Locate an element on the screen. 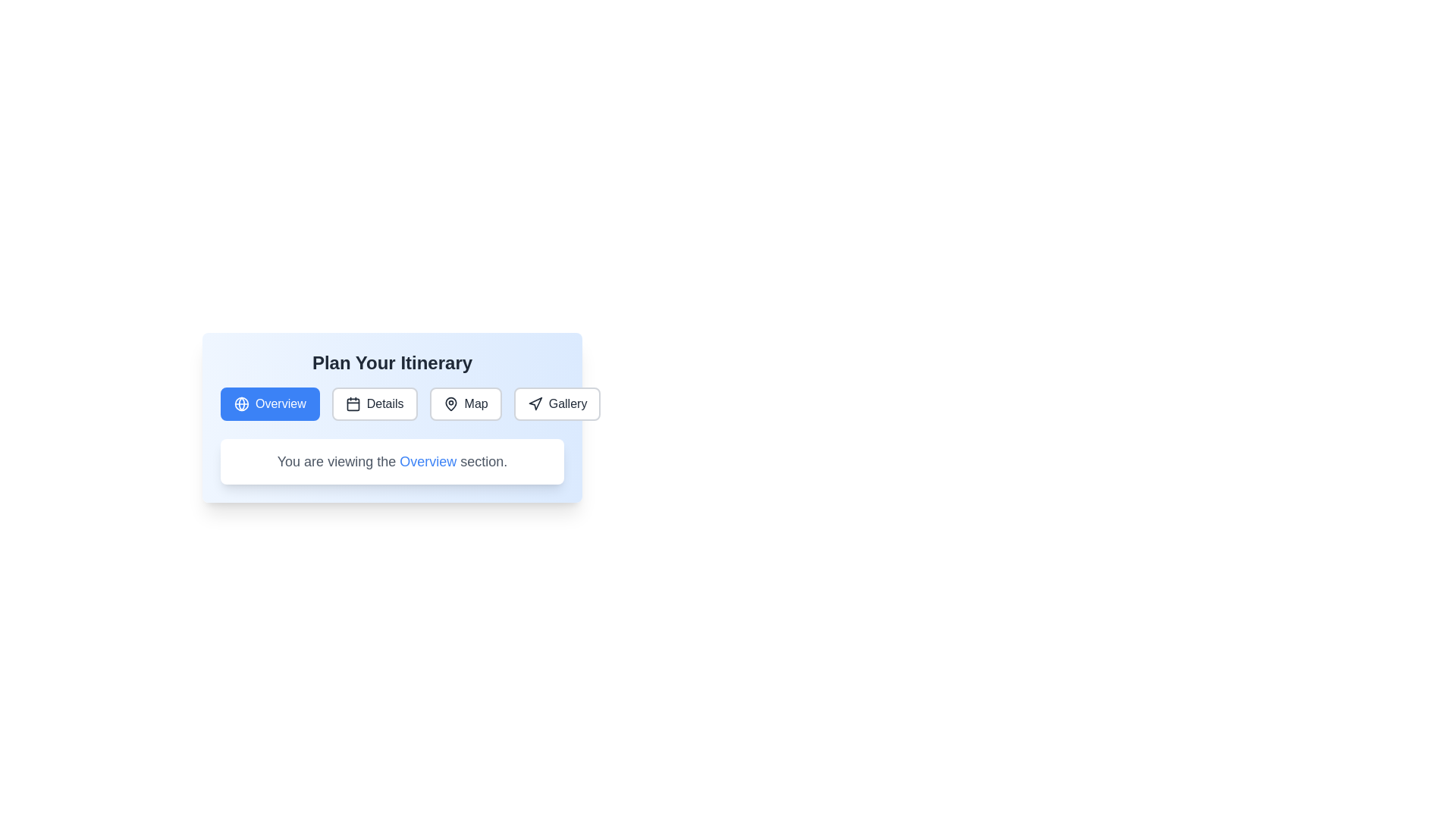 The height and width of the screenshot is (819, 1456). the 'Details' button, which contains the calendar icon, located under the 'Plan Your Itinerary' section is located at coordinates (352, 403).